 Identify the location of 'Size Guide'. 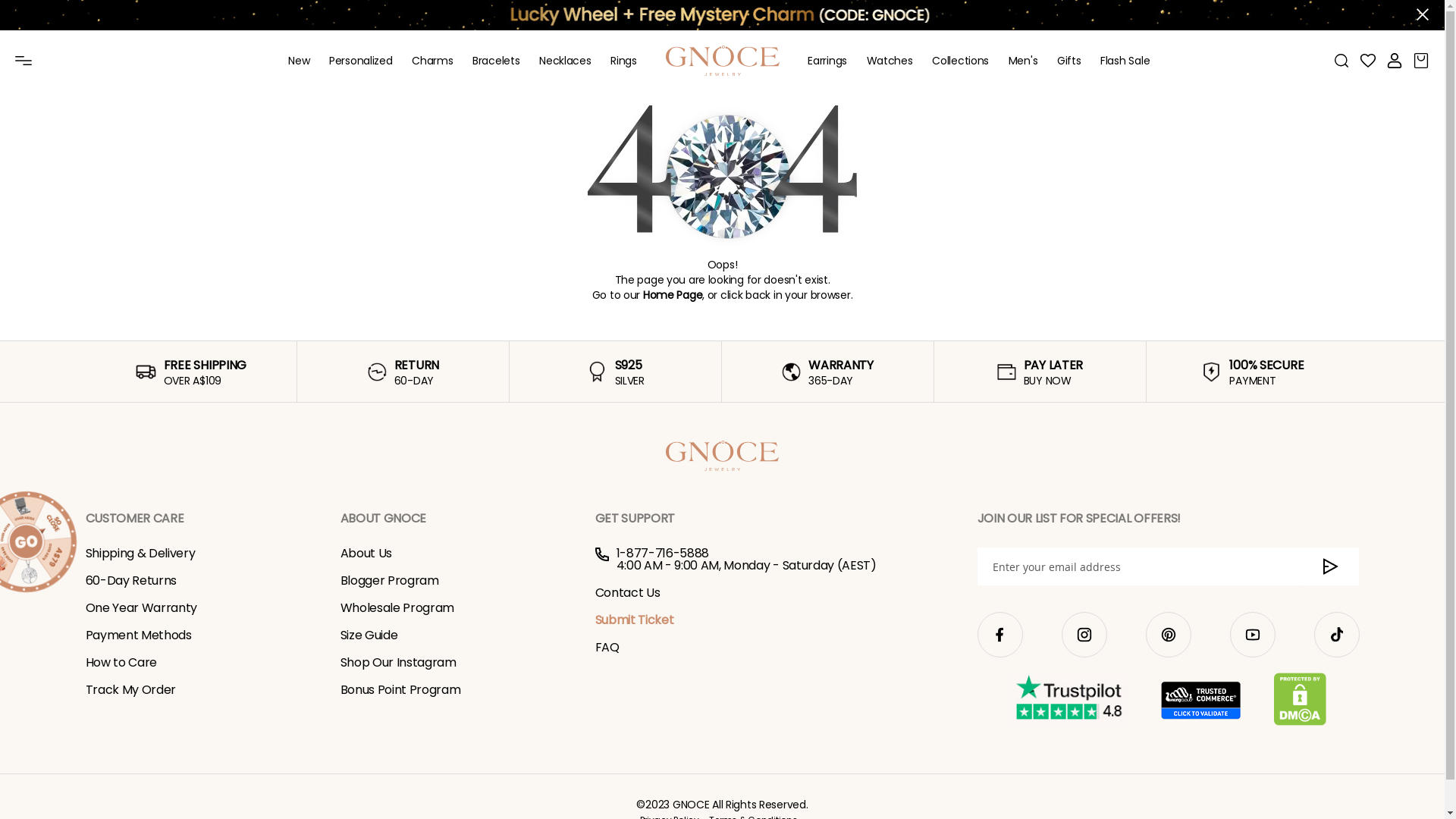
(368, 635).